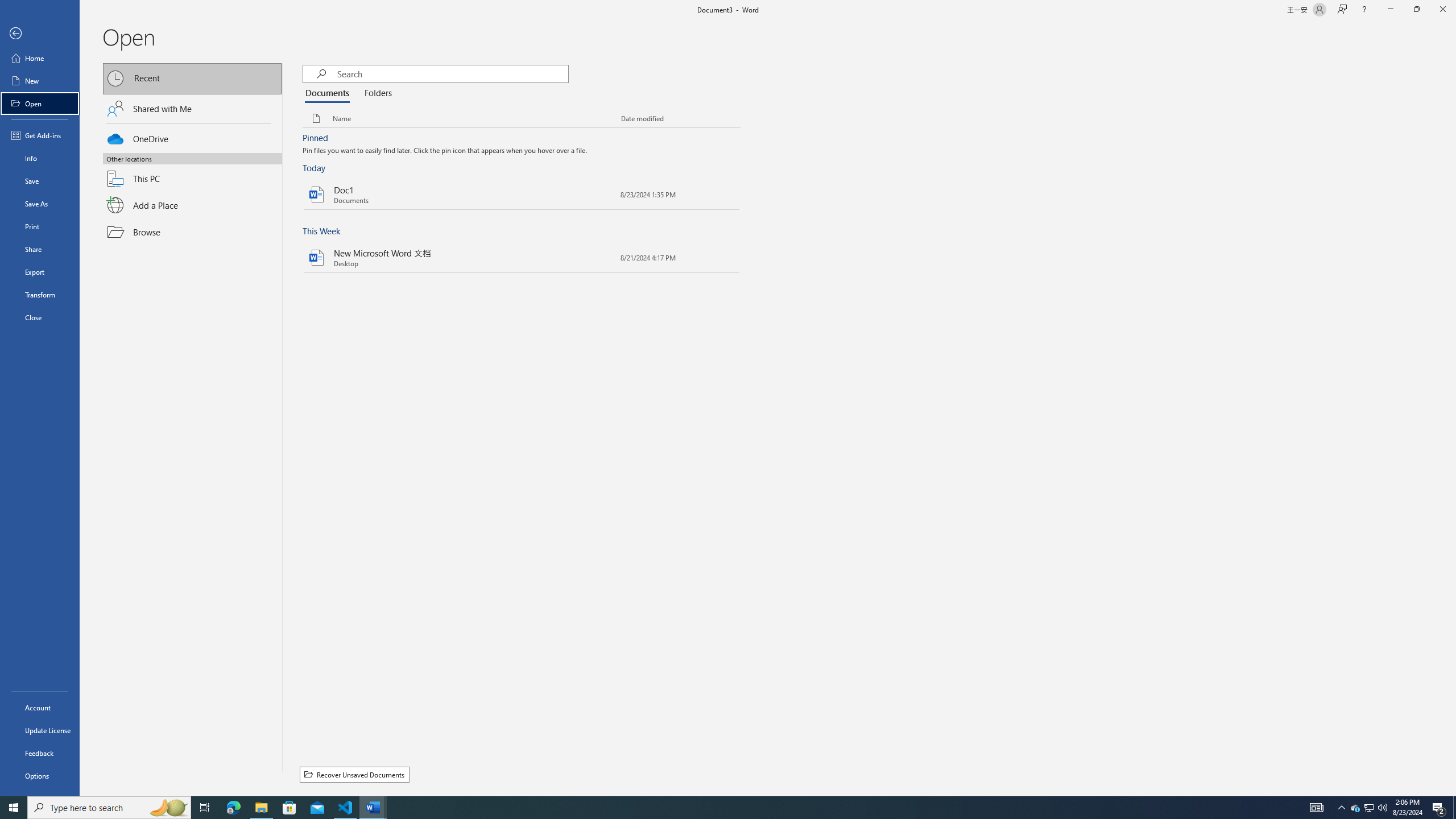 The image size is (1456, 819). I want to click on 'Back', so click(39, 33).